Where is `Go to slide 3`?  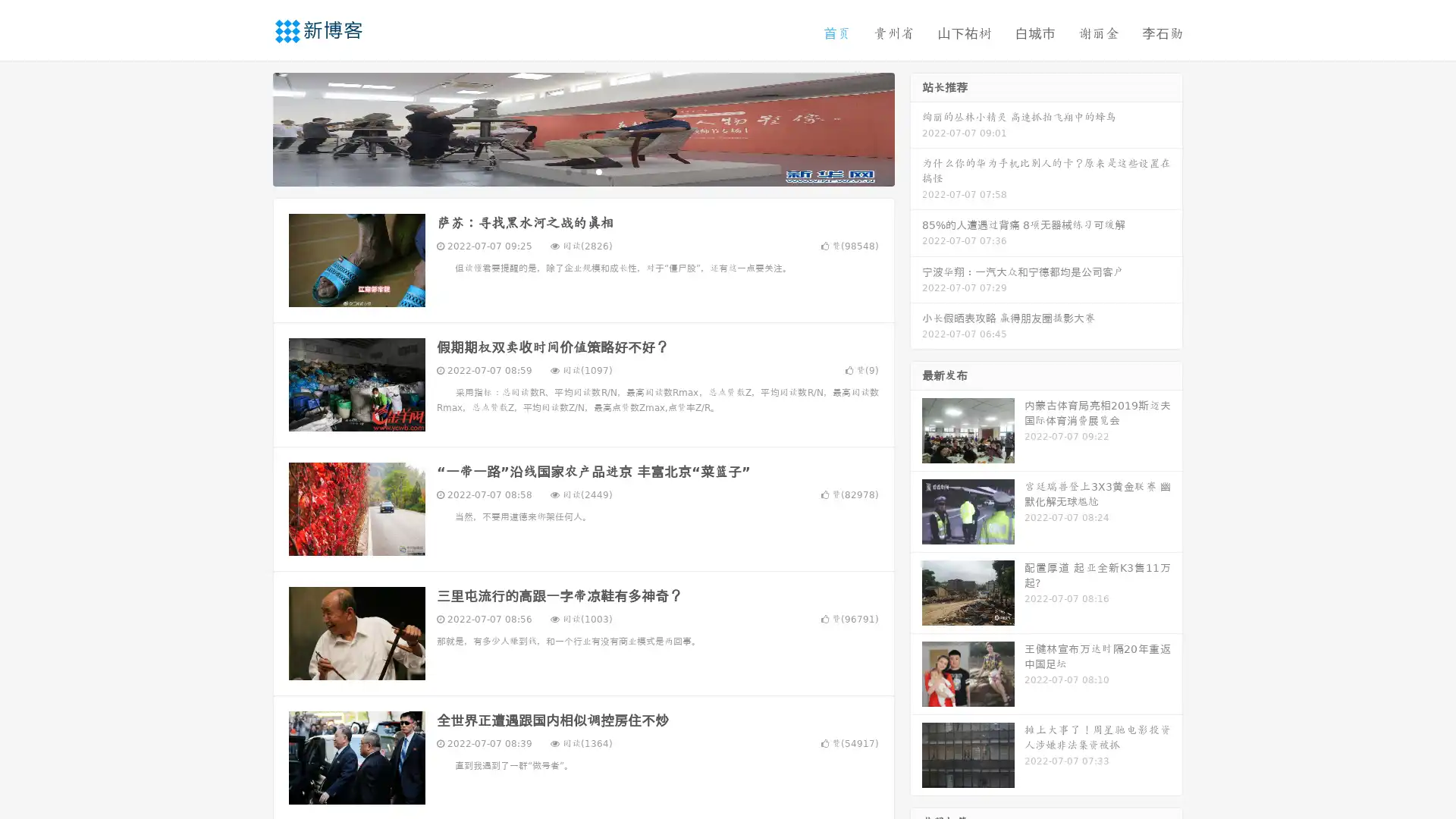
Go to slide 3 is located at coordinates (598, 171).